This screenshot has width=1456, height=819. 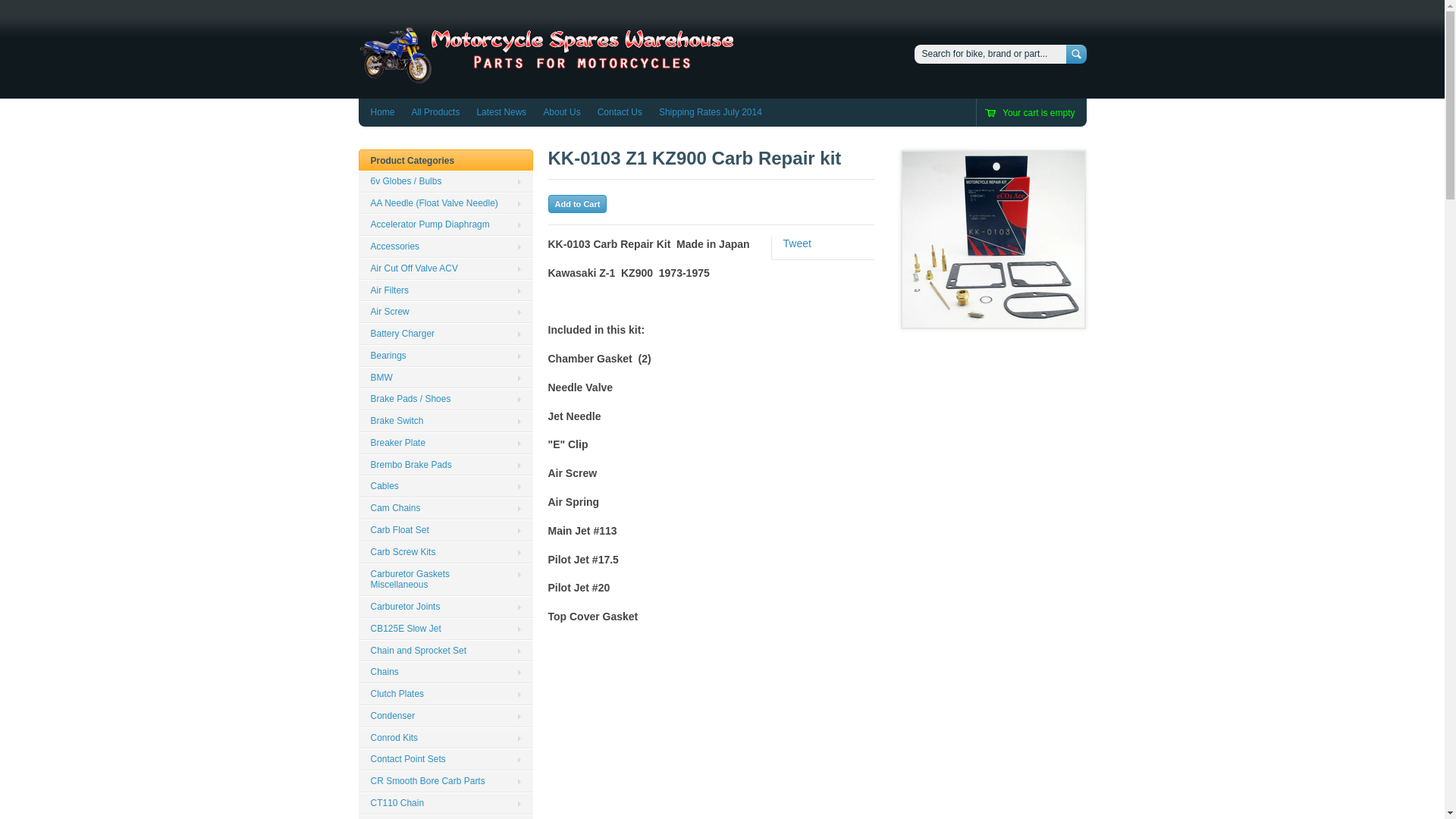 What do you see at coordinates (444, 268) in the screenshot?
I see `'Air Cut Off Valve ACV'` at bounding box center [444, 268].